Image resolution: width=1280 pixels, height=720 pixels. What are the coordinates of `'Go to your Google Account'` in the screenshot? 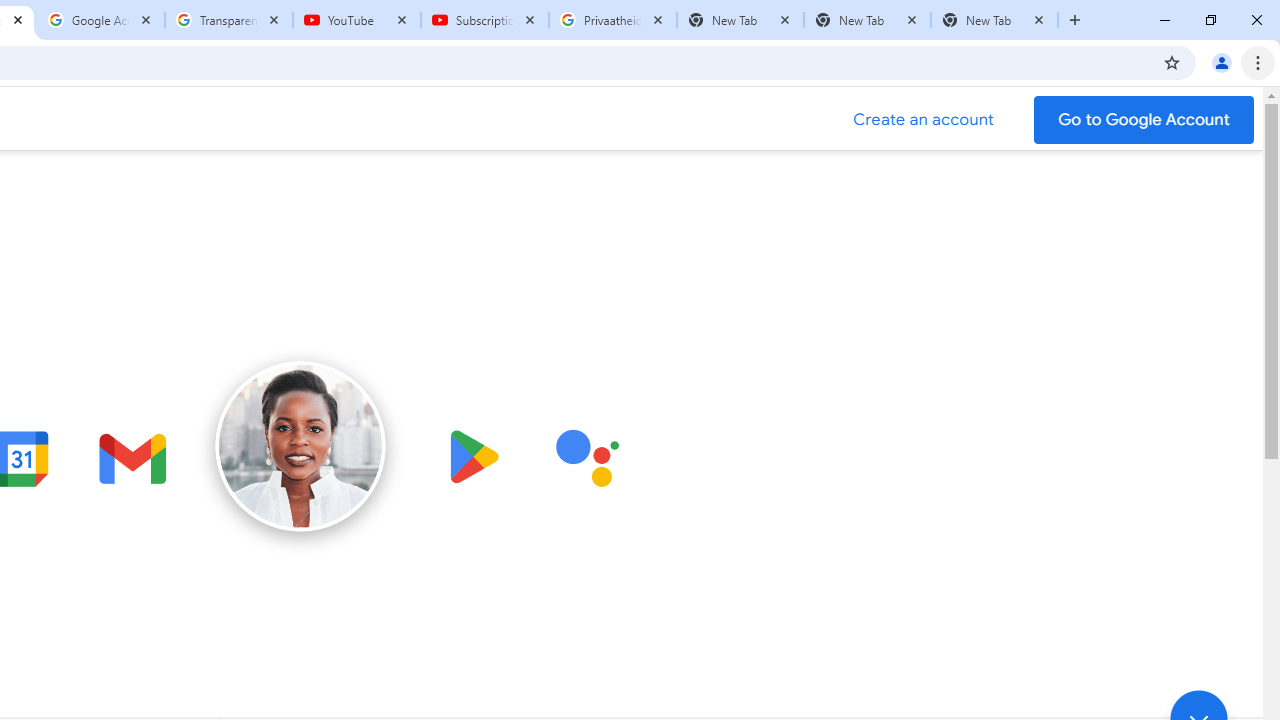 It's located at (1144, 119).